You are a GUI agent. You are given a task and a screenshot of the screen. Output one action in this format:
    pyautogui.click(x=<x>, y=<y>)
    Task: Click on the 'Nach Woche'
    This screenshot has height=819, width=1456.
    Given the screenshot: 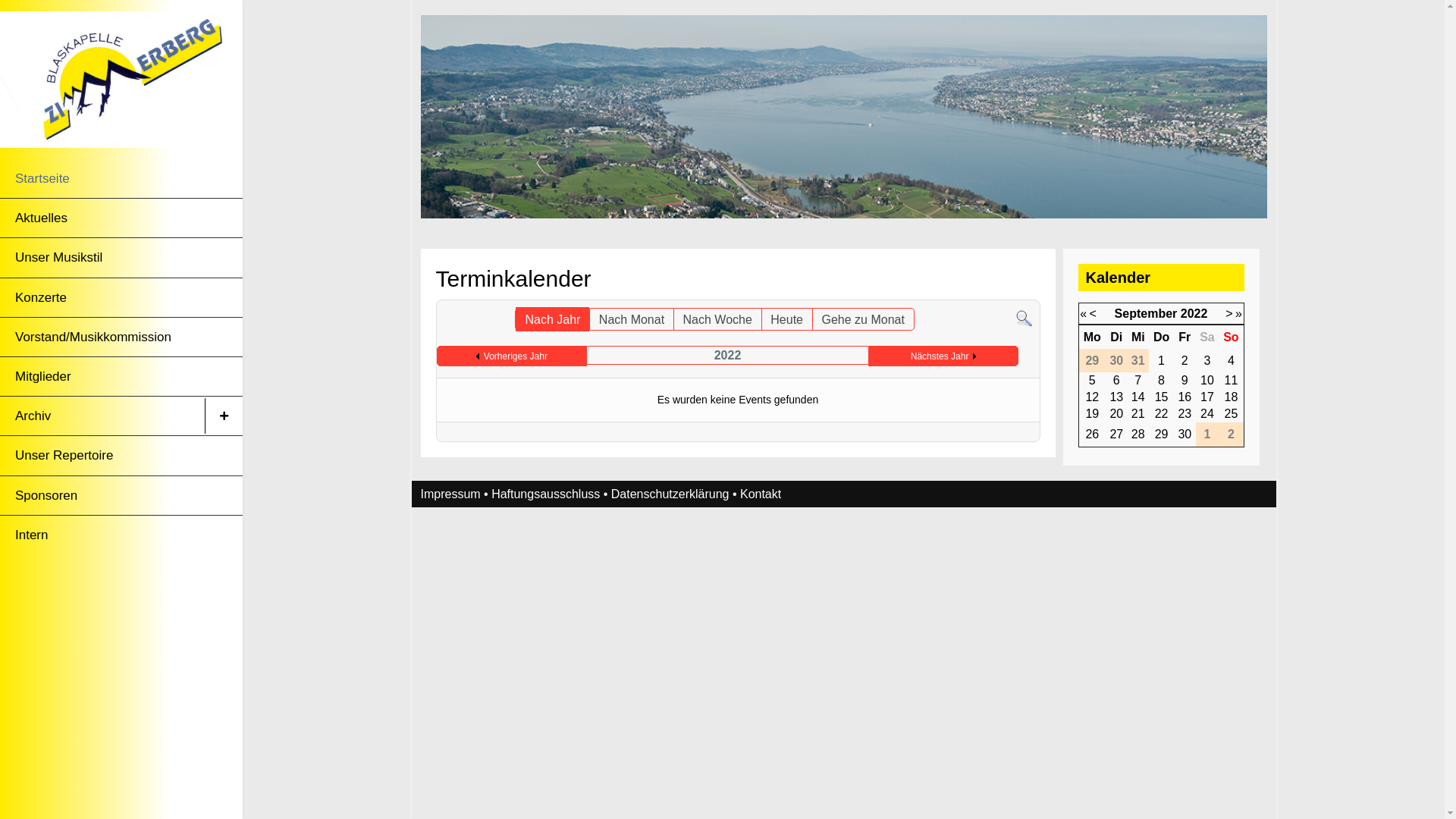 What is the action you would take?
    pyautogui.click(x=717, y=318)
    